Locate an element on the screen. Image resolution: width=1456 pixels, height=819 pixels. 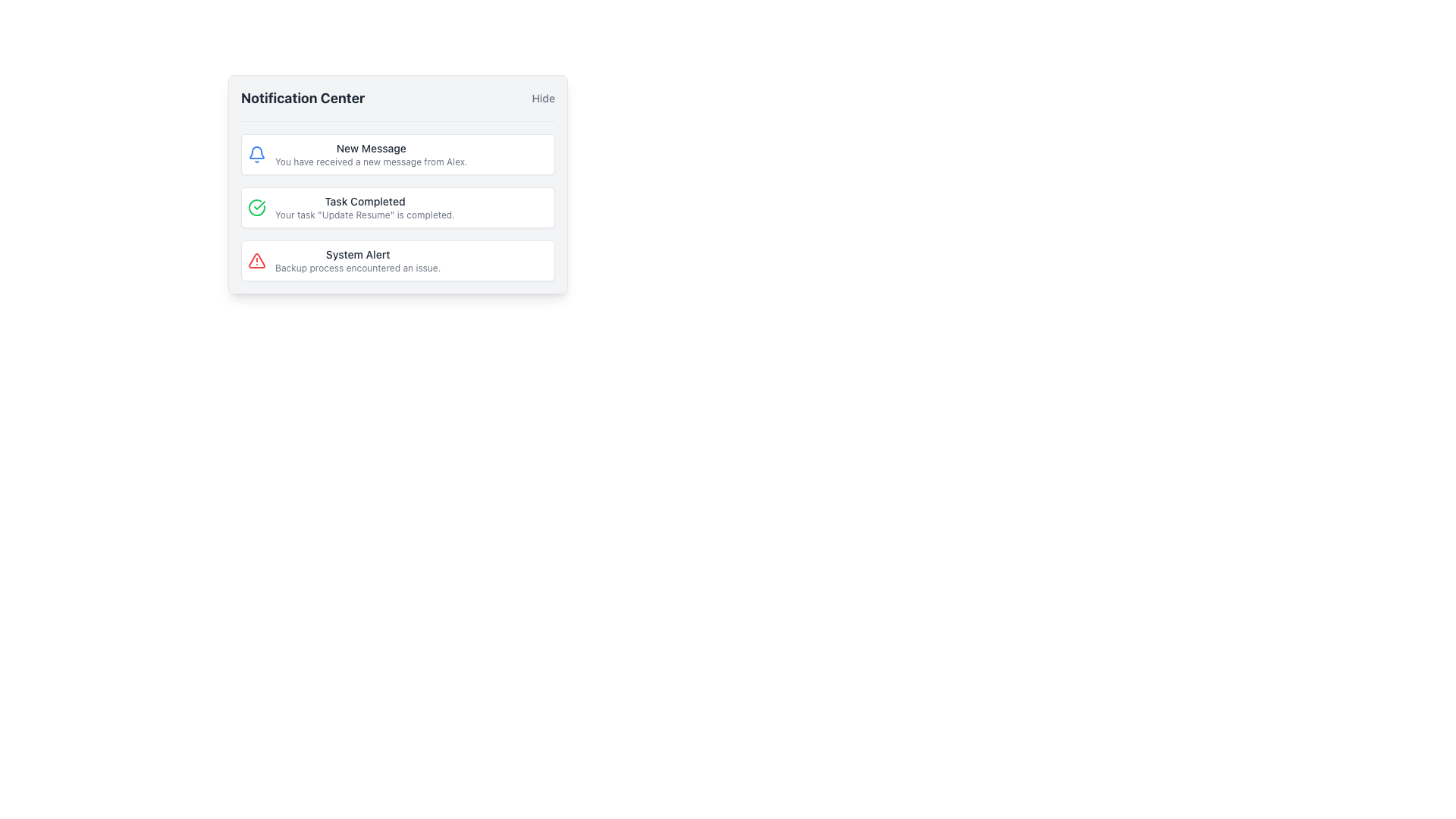
the text element styled with a smaller font size and gray color that reads 'You have received a new message from Alex.', located below the bold heading 'New Message' within the first notification item is located at coordinates (371, 162).